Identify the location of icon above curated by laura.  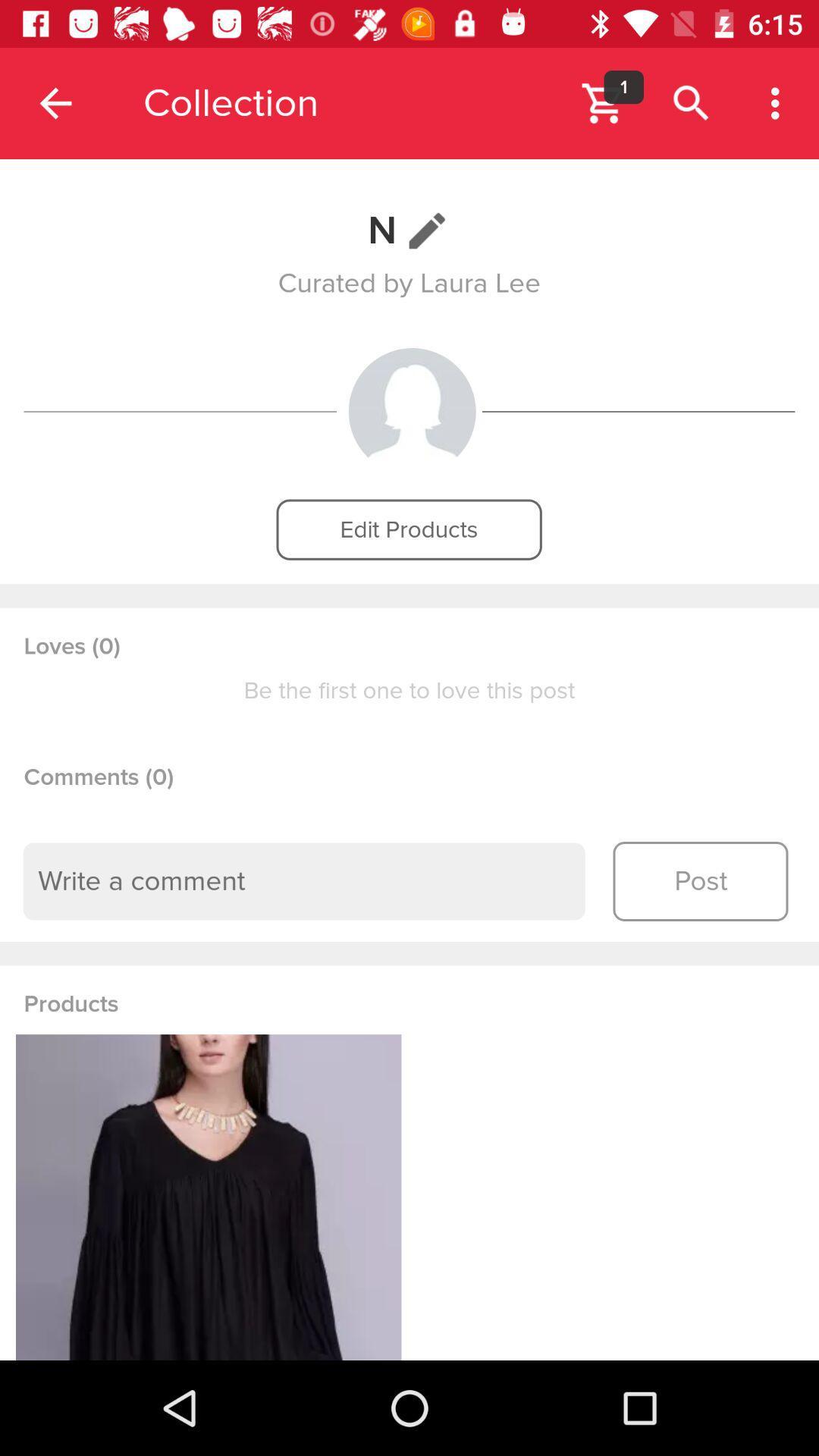
(409, 230).